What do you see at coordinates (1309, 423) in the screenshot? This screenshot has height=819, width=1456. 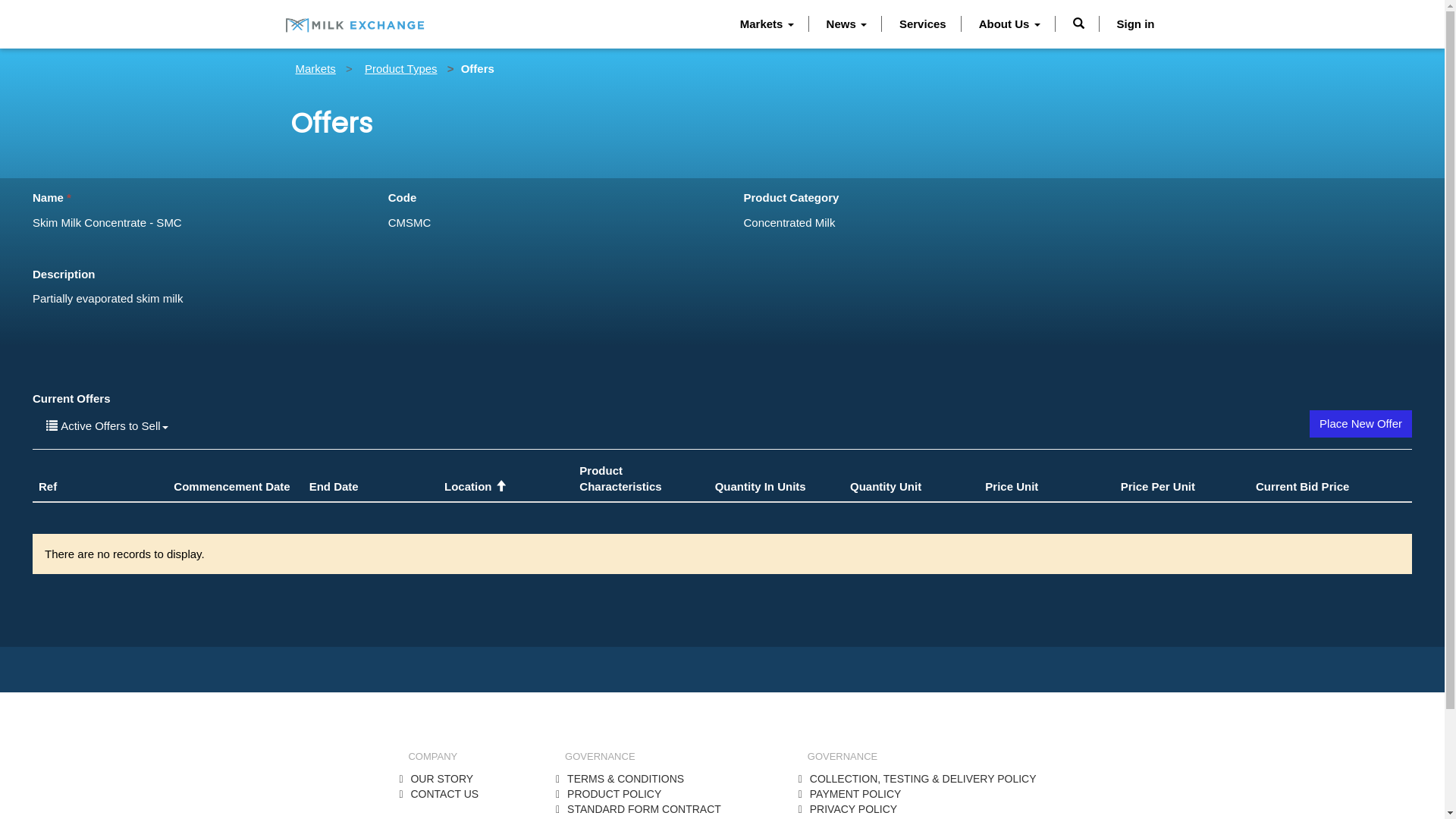 I see `'Place New Offer'` at bounding box center [1309, 423].